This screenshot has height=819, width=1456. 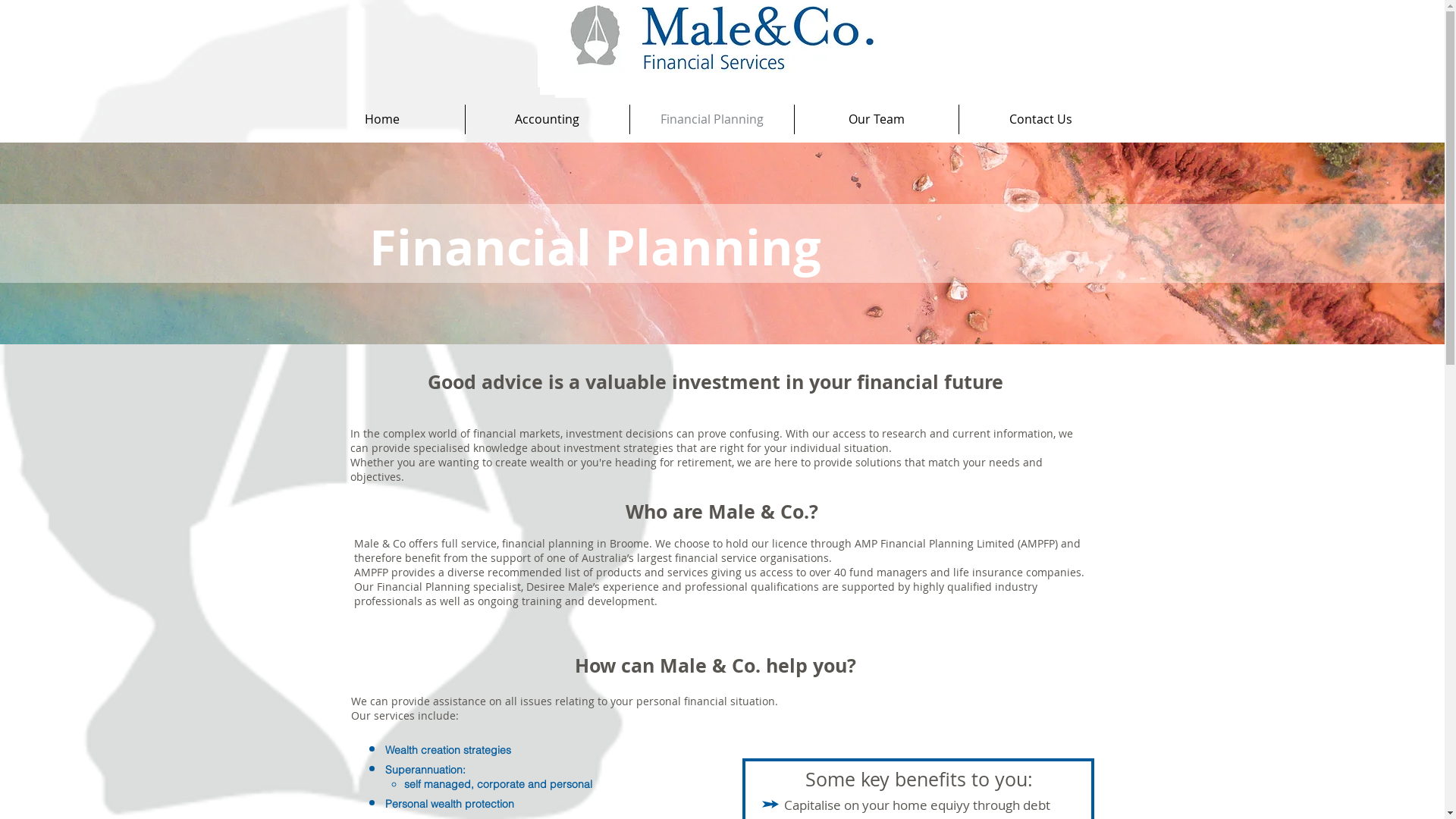 I want to click on 'Accounting', so click(x=546, y=118).